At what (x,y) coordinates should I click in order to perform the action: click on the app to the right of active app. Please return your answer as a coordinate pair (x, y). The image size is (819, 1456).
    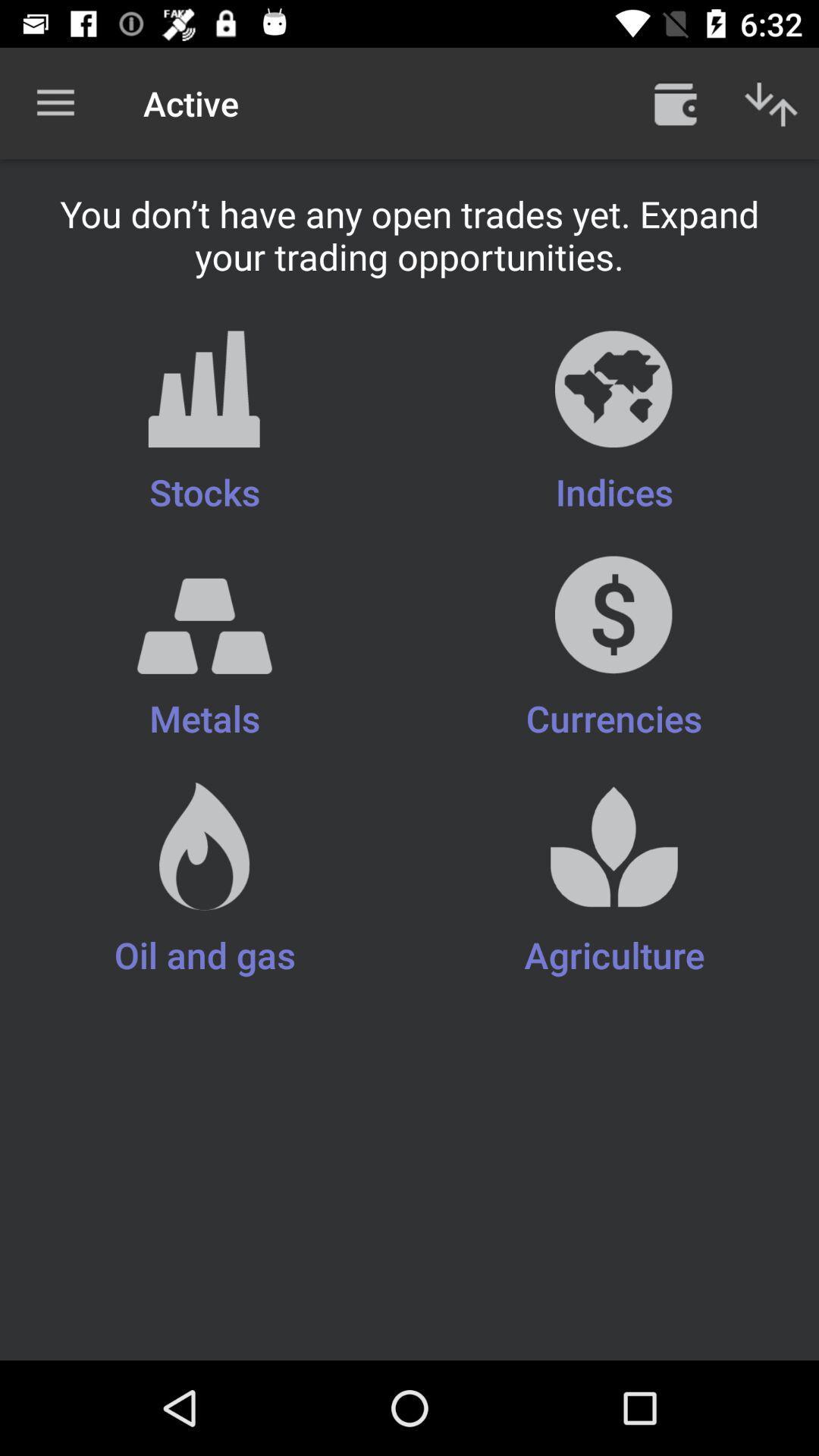
    Looking at the image, I should click on (675, 102).